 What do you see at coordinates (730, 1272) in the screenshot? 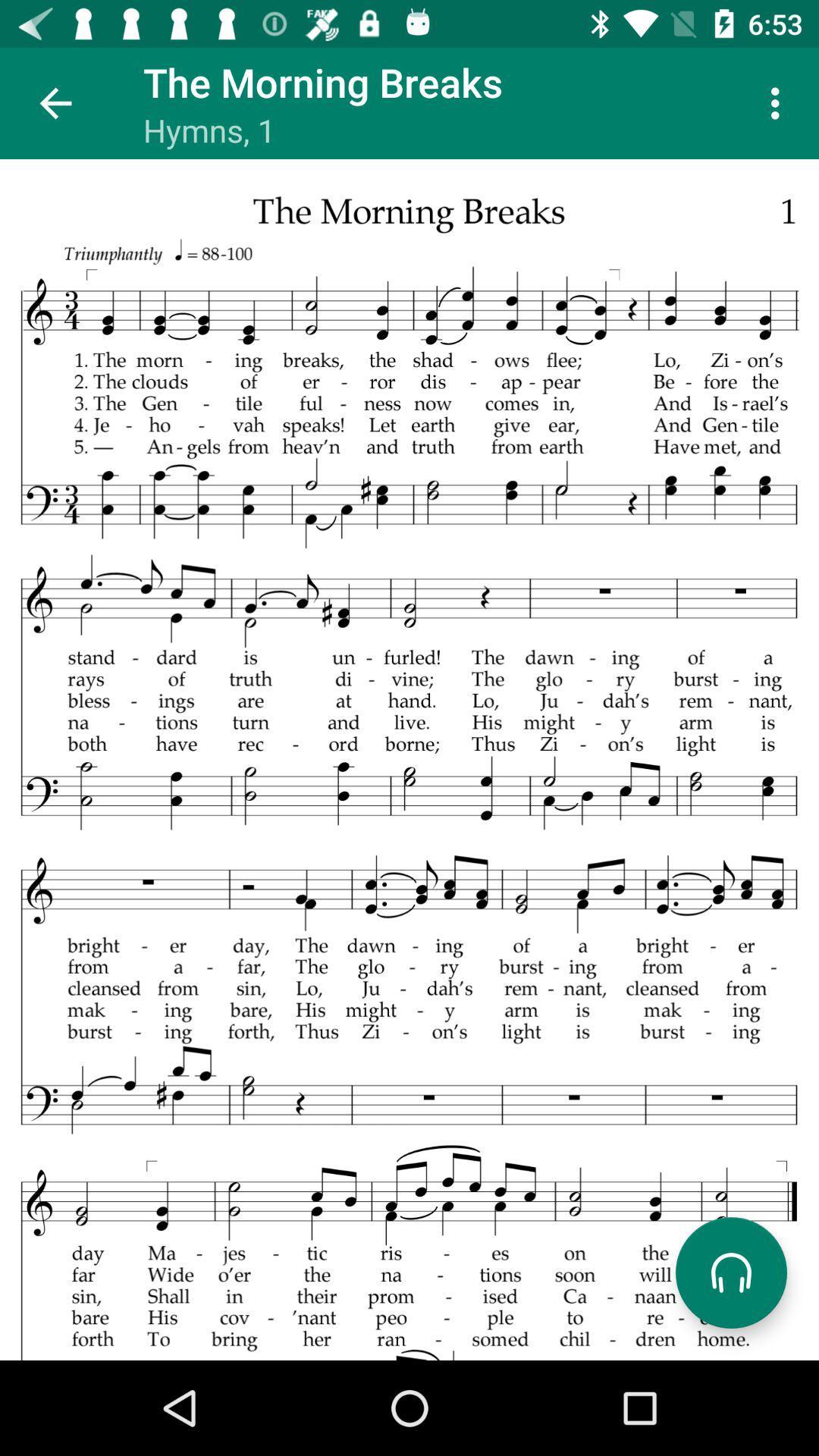
I see `headphone` at bounding box center [730, 1272].